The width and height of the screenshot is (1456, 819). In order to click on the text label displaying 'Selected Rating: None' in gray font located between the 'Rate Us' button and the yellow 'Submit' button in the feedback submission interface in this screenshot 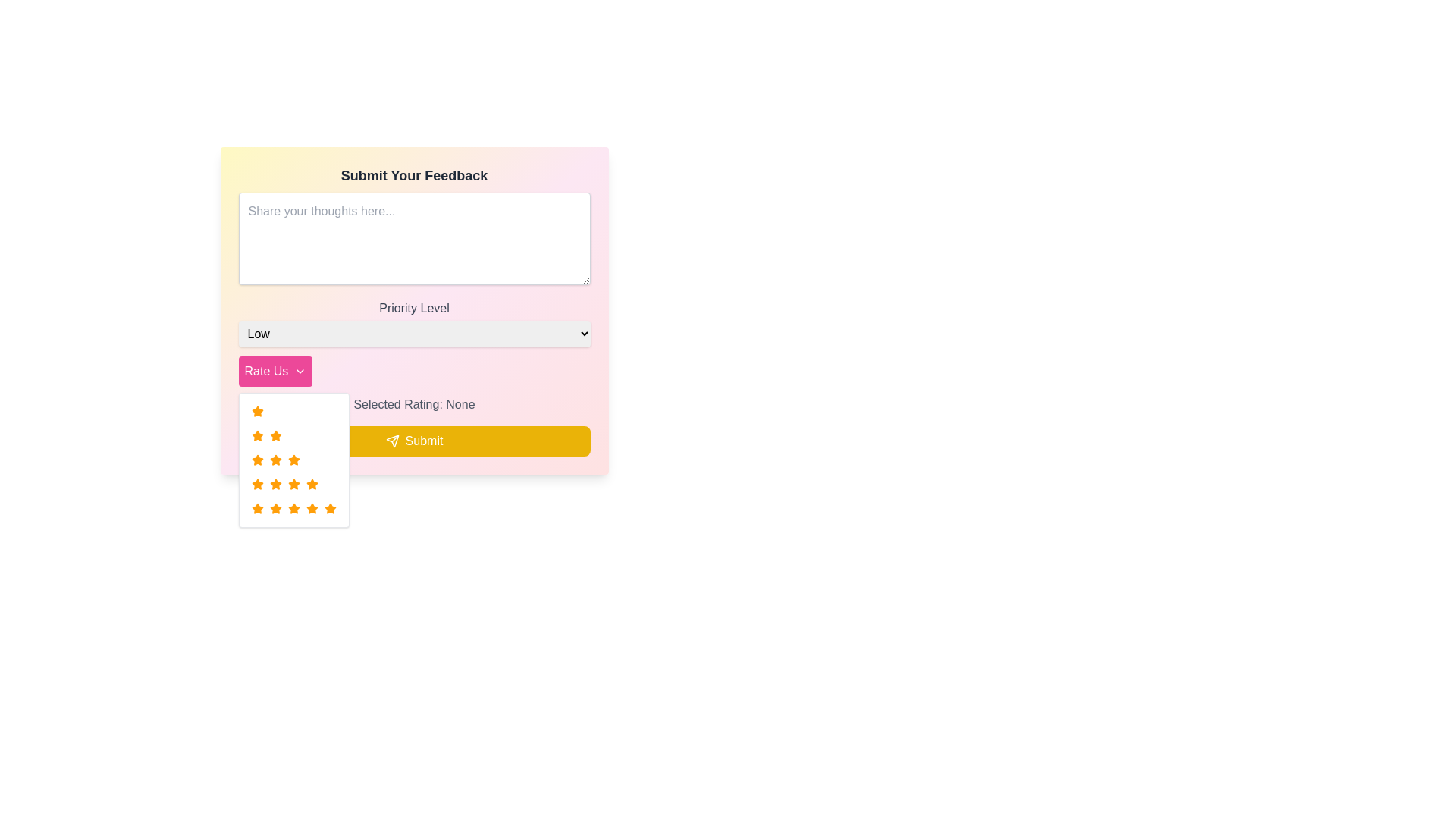, I will do `click(414, 403)`.